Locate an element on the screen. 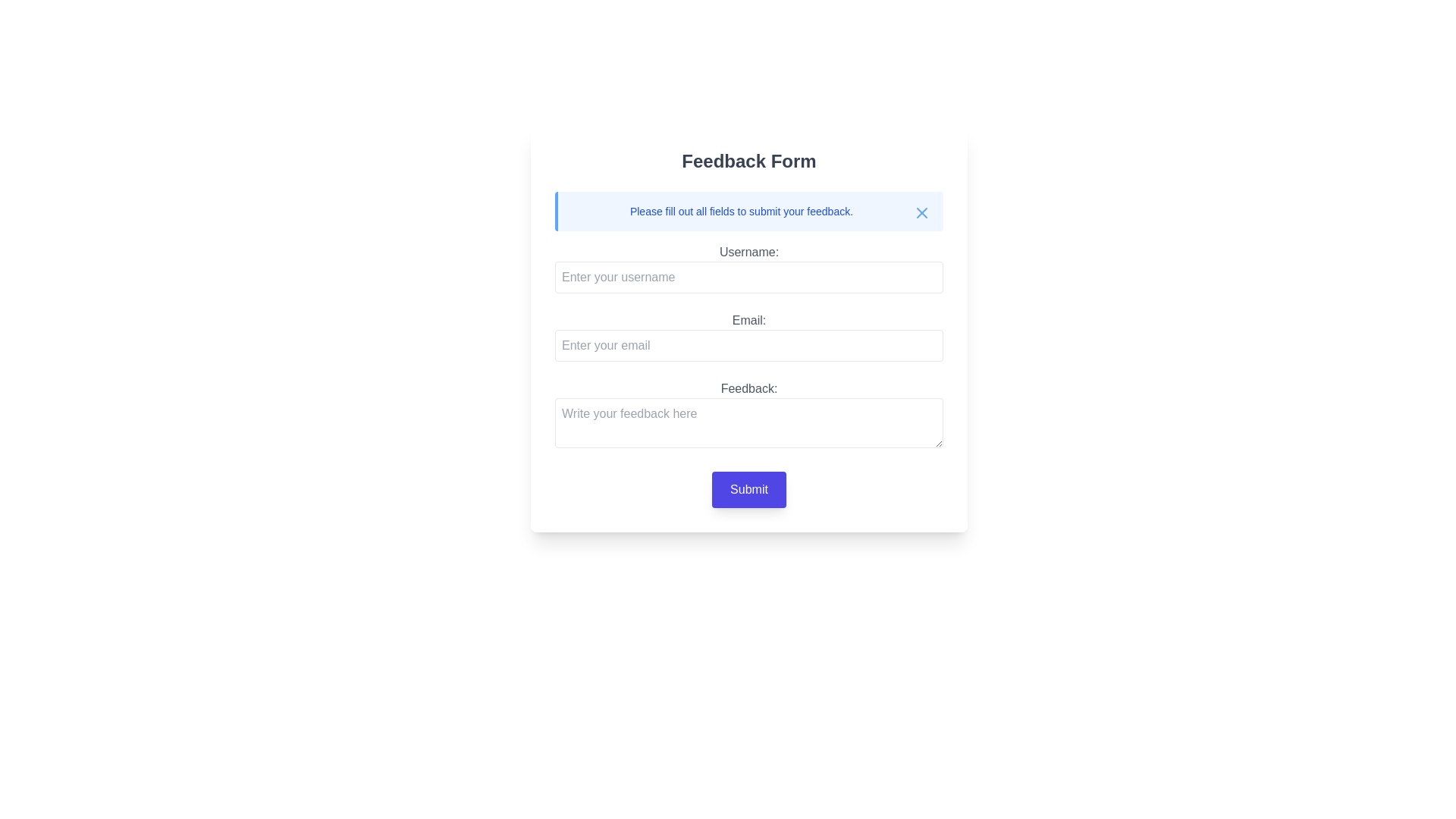 The image size is (1456, 819). the small blue diagonal cross (X) icon located in the upper-right corner of the light blue notification area labeled 'Please fill out all fields is located at coordinates (921, 213).